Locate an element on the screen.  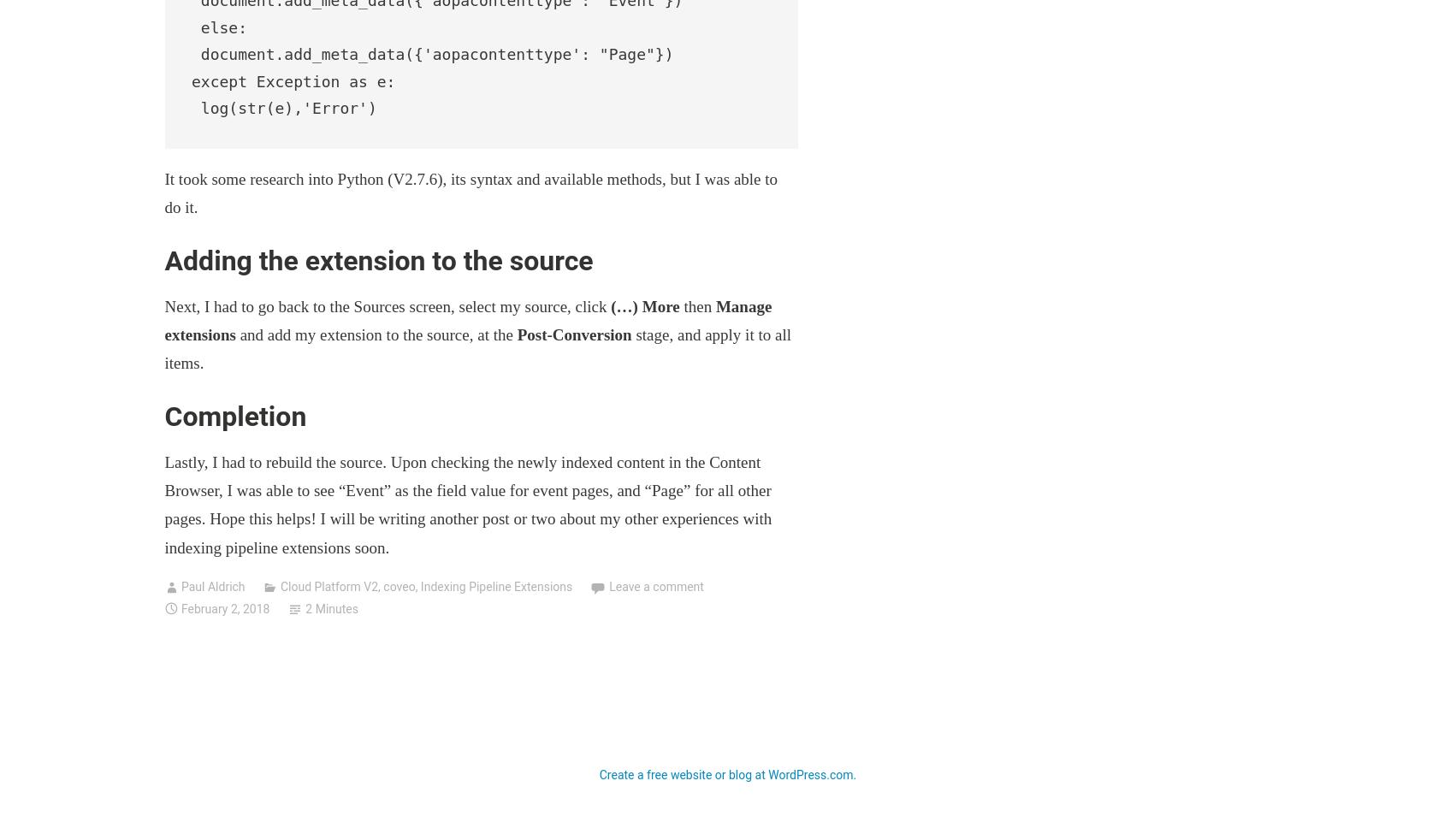
'(…) More' is located at coordinates (643, 305).